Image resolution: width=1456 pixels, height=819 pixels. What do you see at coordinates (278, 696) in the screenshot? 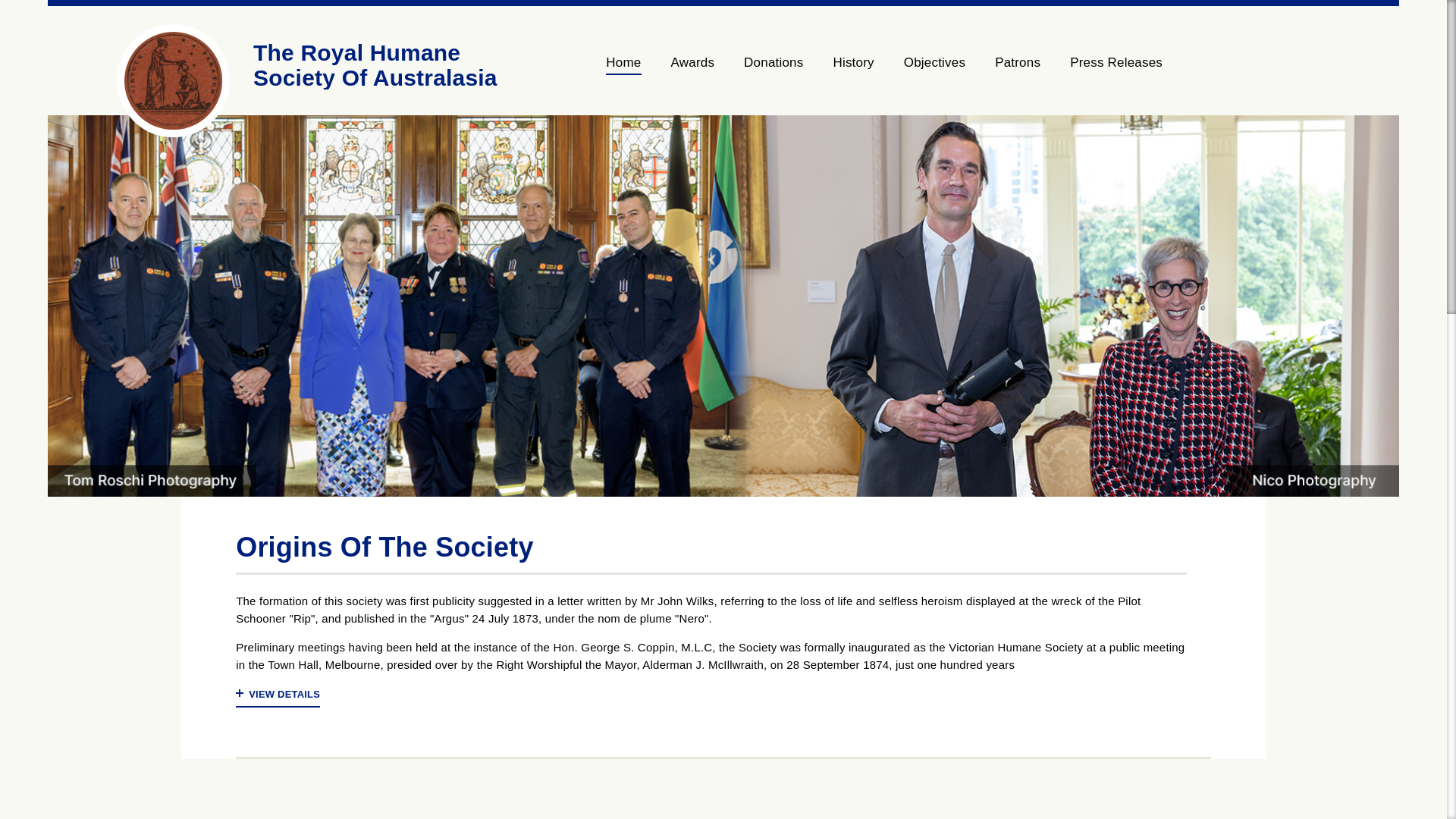
I see `'VIEW DETAILS'` at bounding box center [278, 696].